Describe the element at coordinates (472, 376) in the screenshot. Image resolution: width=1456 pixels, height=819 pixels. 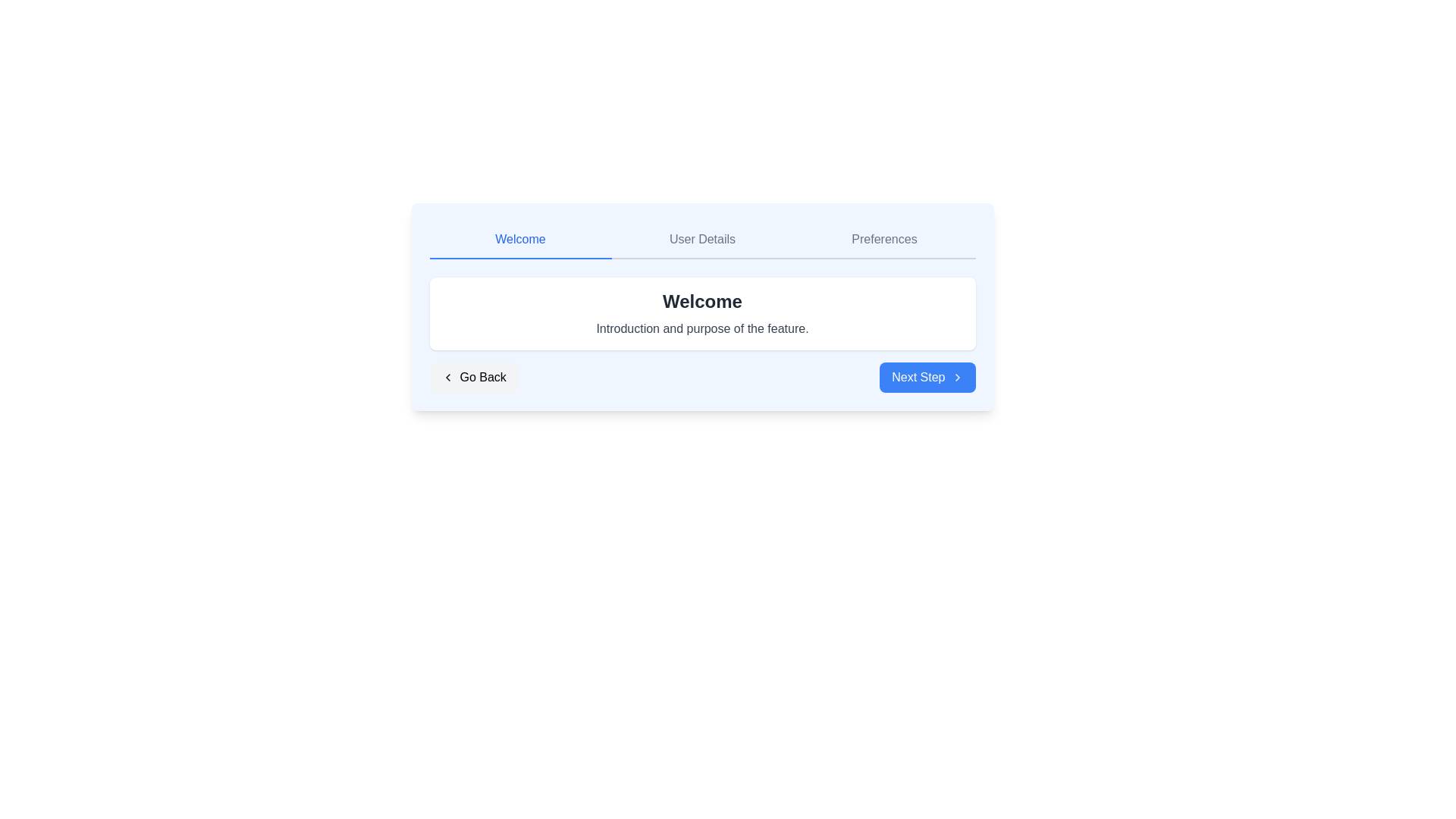
I see `the button located to the left of the 'Next Step' button` at that location.